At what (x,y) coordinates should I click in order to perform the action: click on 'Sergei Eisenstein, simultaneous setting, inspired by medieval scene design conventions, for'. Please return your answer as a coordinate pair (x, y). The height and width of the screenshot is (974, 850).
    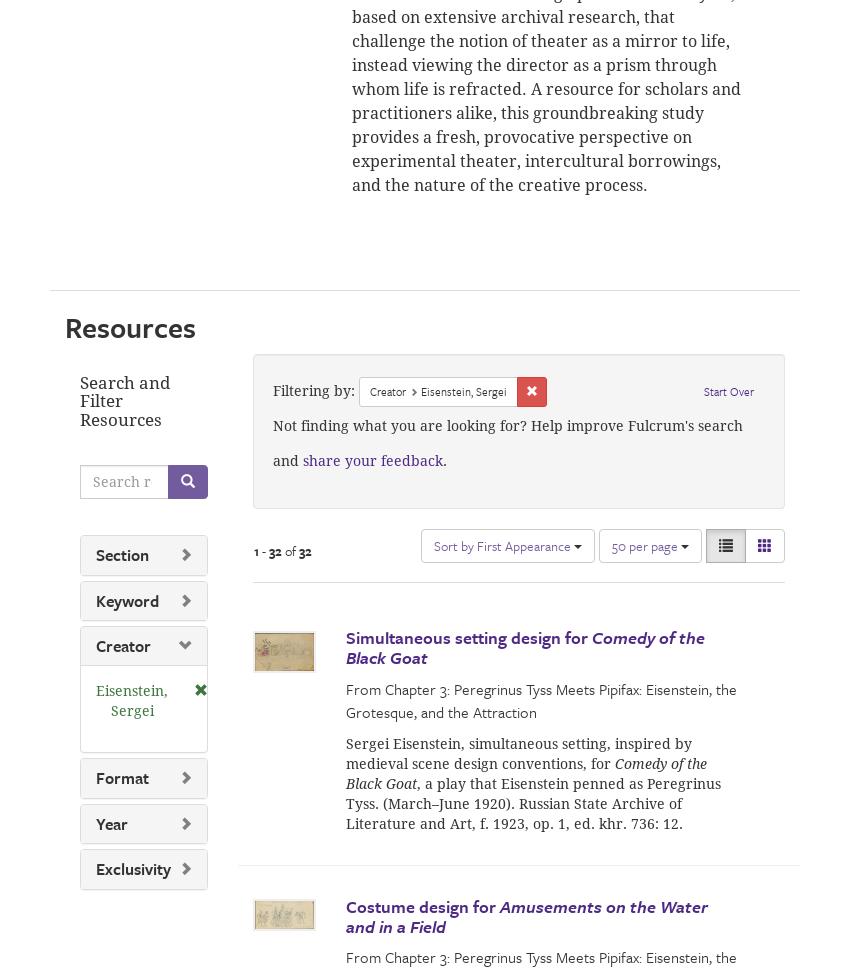
    Looking at the image, I should click on (518, 751).